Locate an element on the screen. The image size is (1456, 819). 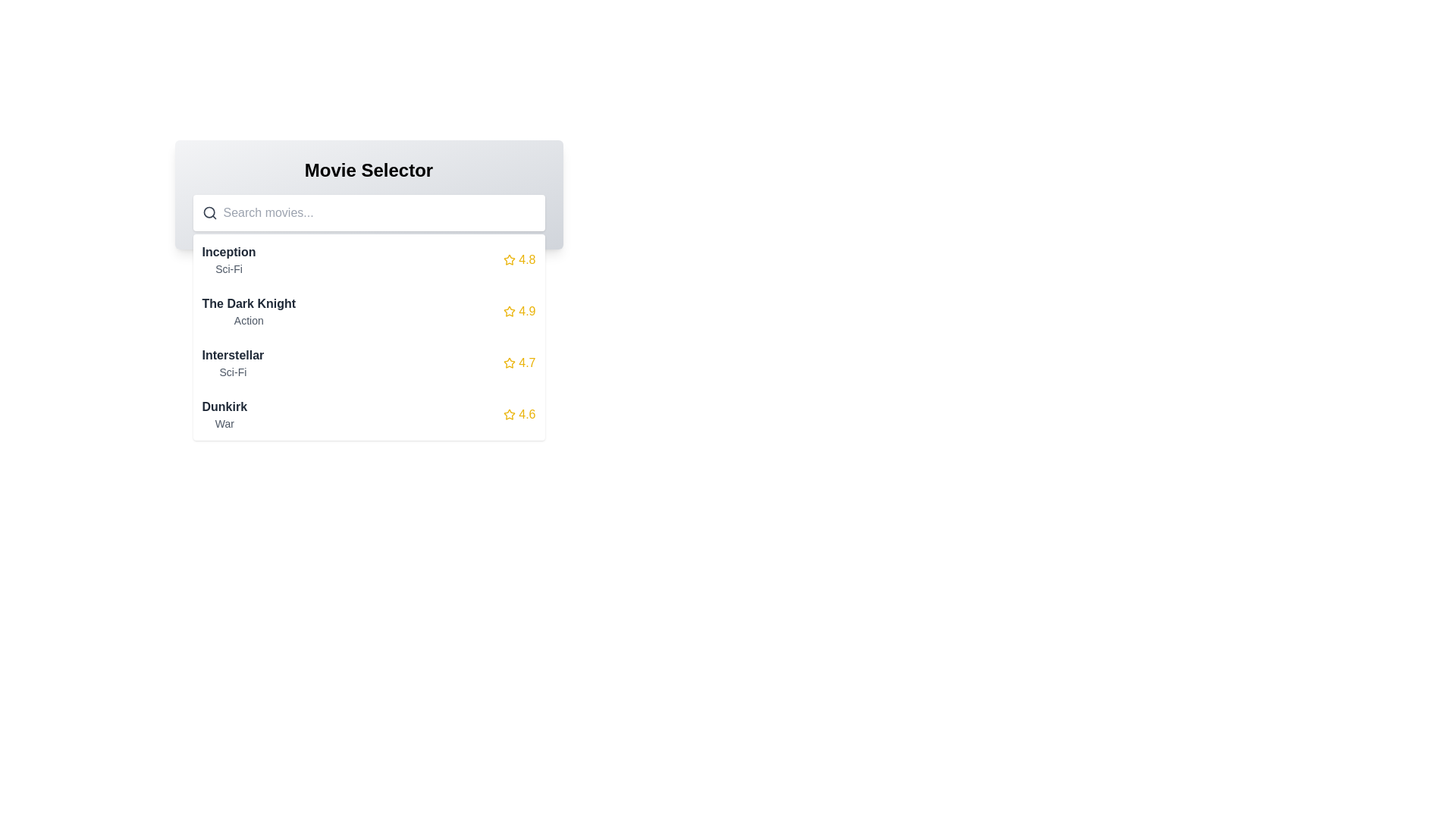
the rating element for the movie 'Dunkirk', which is represented by a numeric value and a star icon, located on the right side of the corresponding row in the movie list is located at coordinates (519, 415).